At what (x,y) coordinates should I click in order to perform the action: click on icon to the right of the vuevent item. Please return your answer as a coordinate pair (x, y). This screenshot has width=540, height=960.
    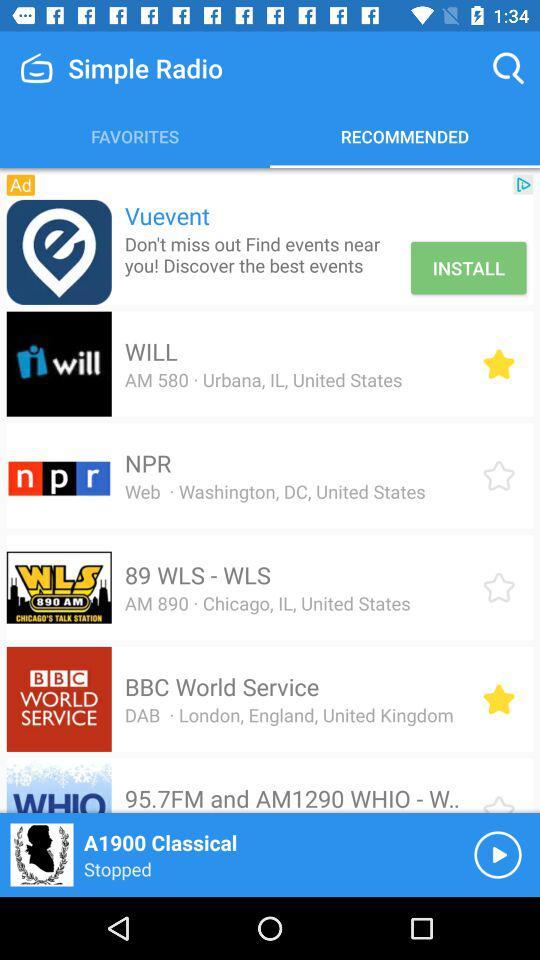
    Looking at the image, I should click on (523, 184).